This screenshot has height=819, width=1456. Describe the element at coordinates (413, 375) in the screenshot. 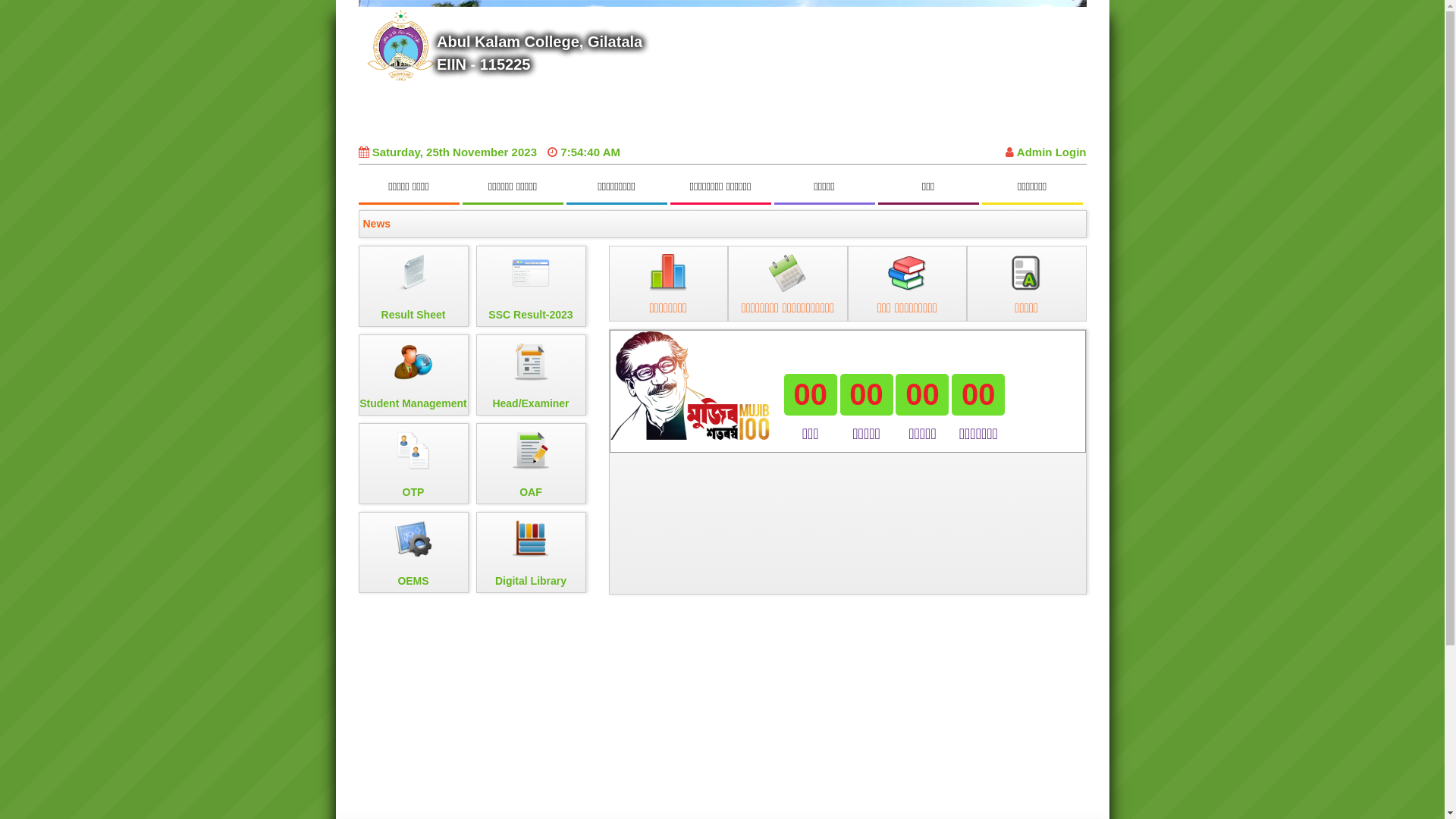

I see `'Student Management'` at that location.